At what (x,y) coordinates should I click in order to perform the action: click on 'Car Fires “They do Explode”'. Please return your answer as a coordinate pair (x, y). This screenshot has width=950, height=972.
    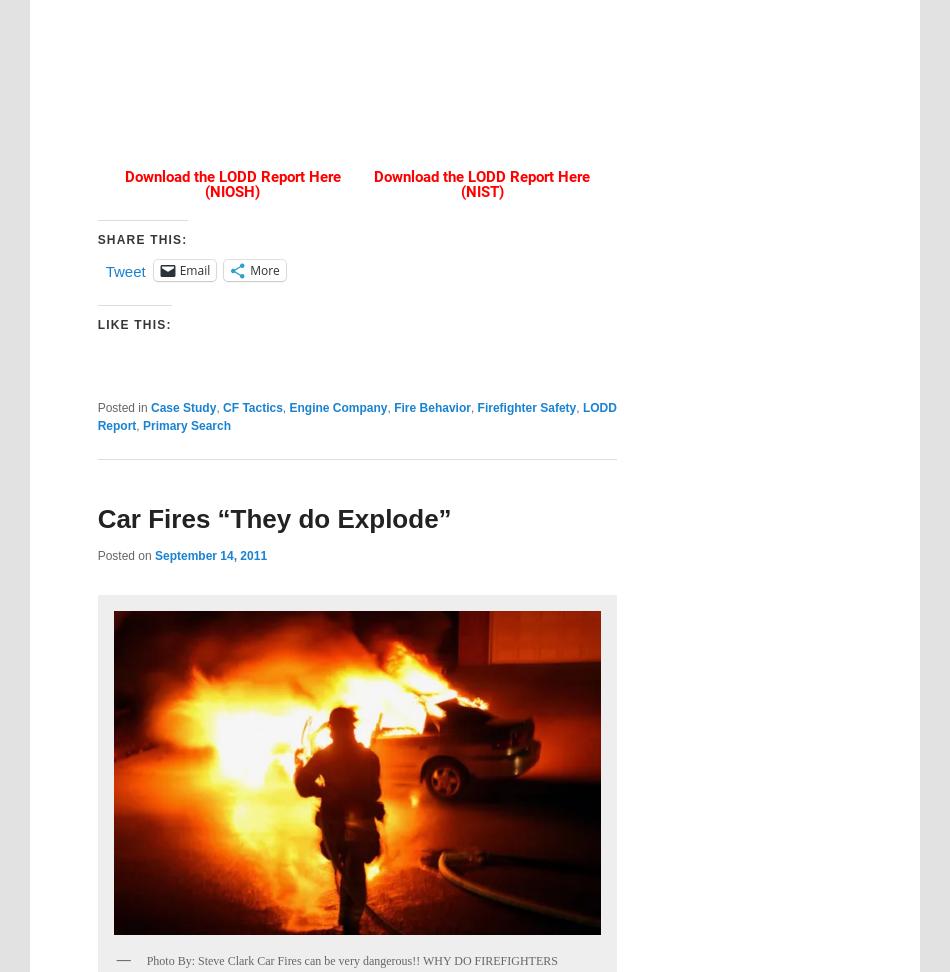
    Looking at the image, I should click on (96, 517).